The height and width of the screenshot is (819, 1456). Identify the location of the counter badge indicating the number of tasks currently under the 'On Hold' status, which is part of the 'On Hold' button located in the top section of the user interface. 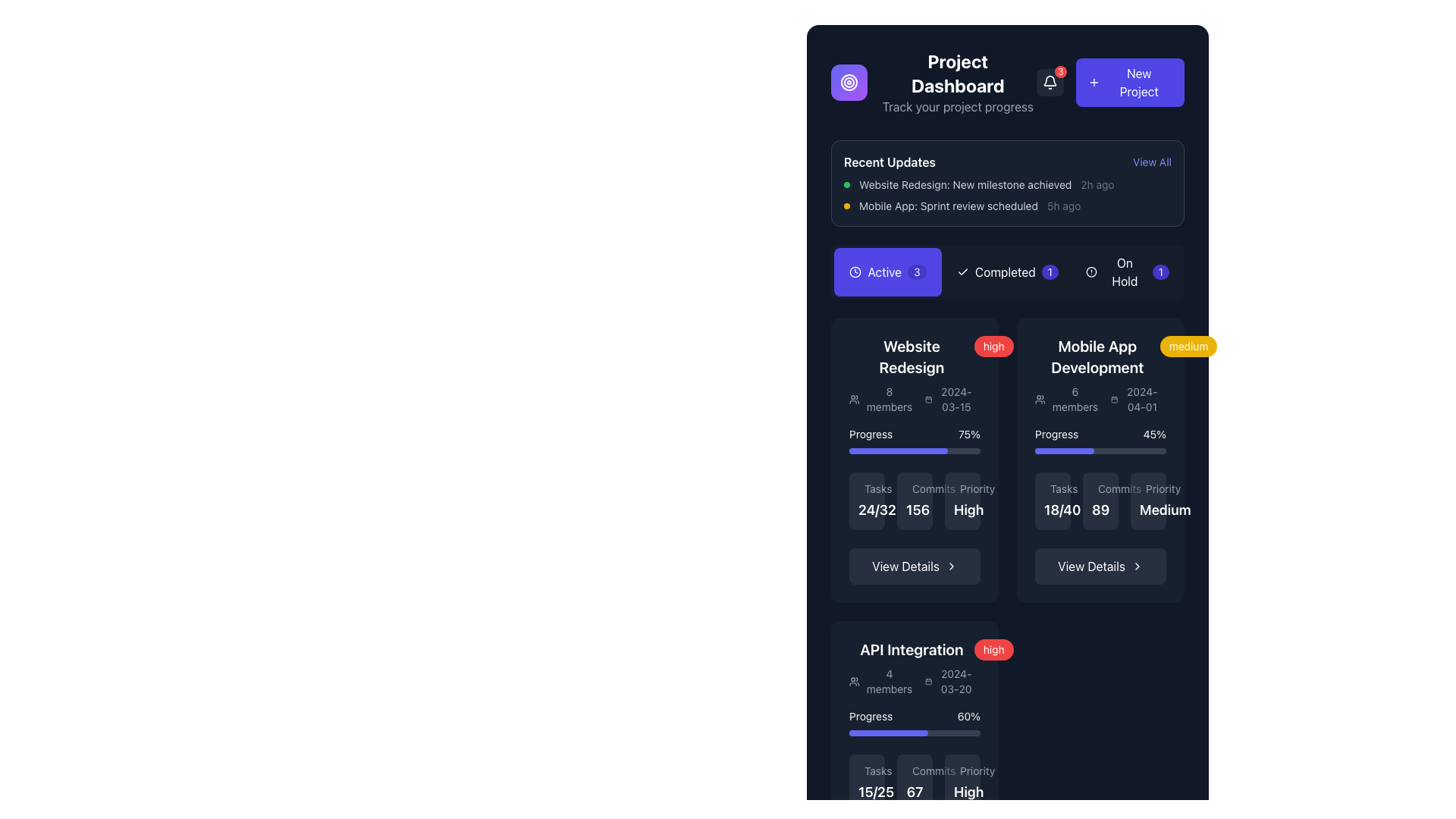
(1159, 271).